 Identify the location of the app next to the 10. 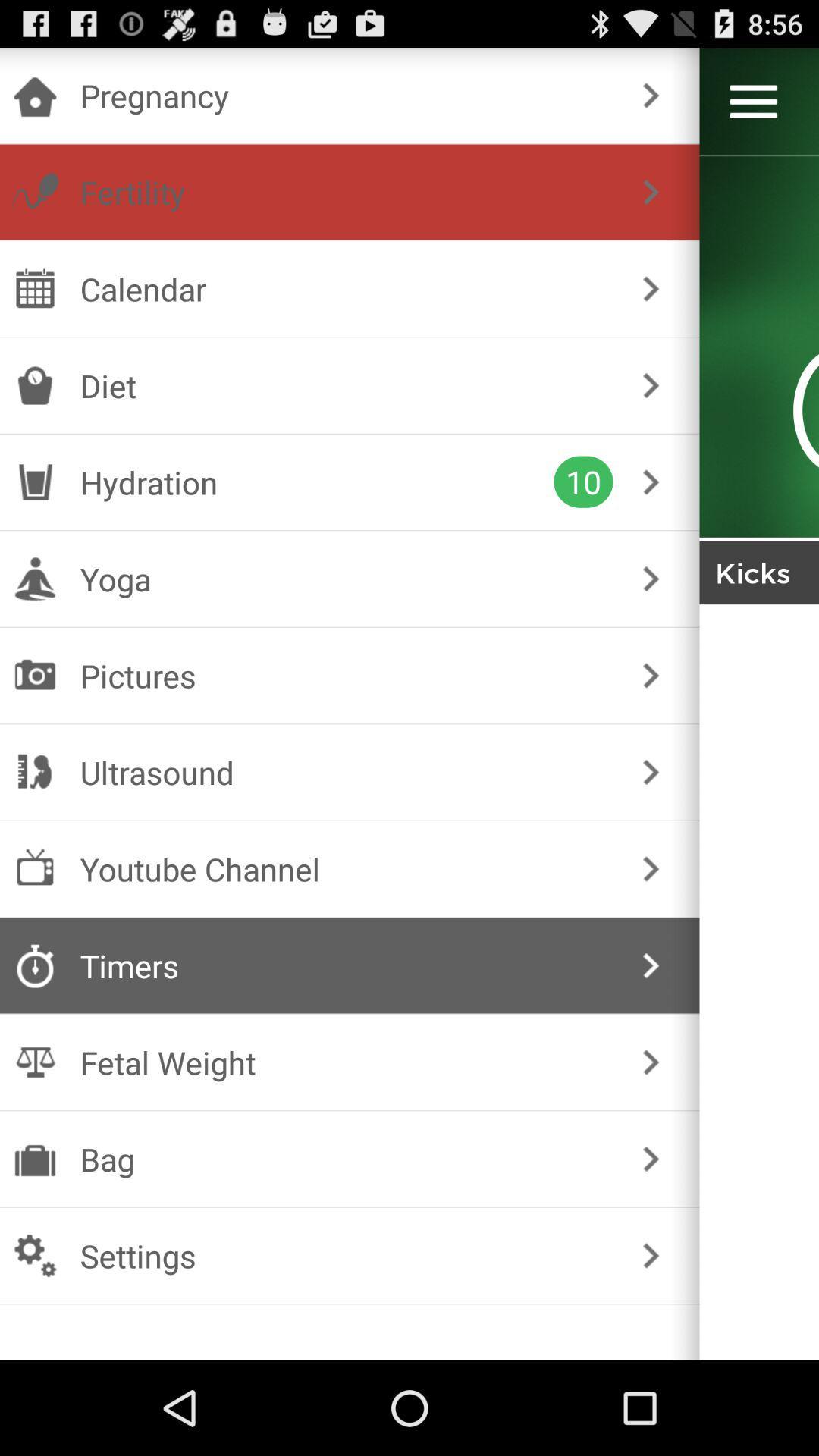
(316, 481).